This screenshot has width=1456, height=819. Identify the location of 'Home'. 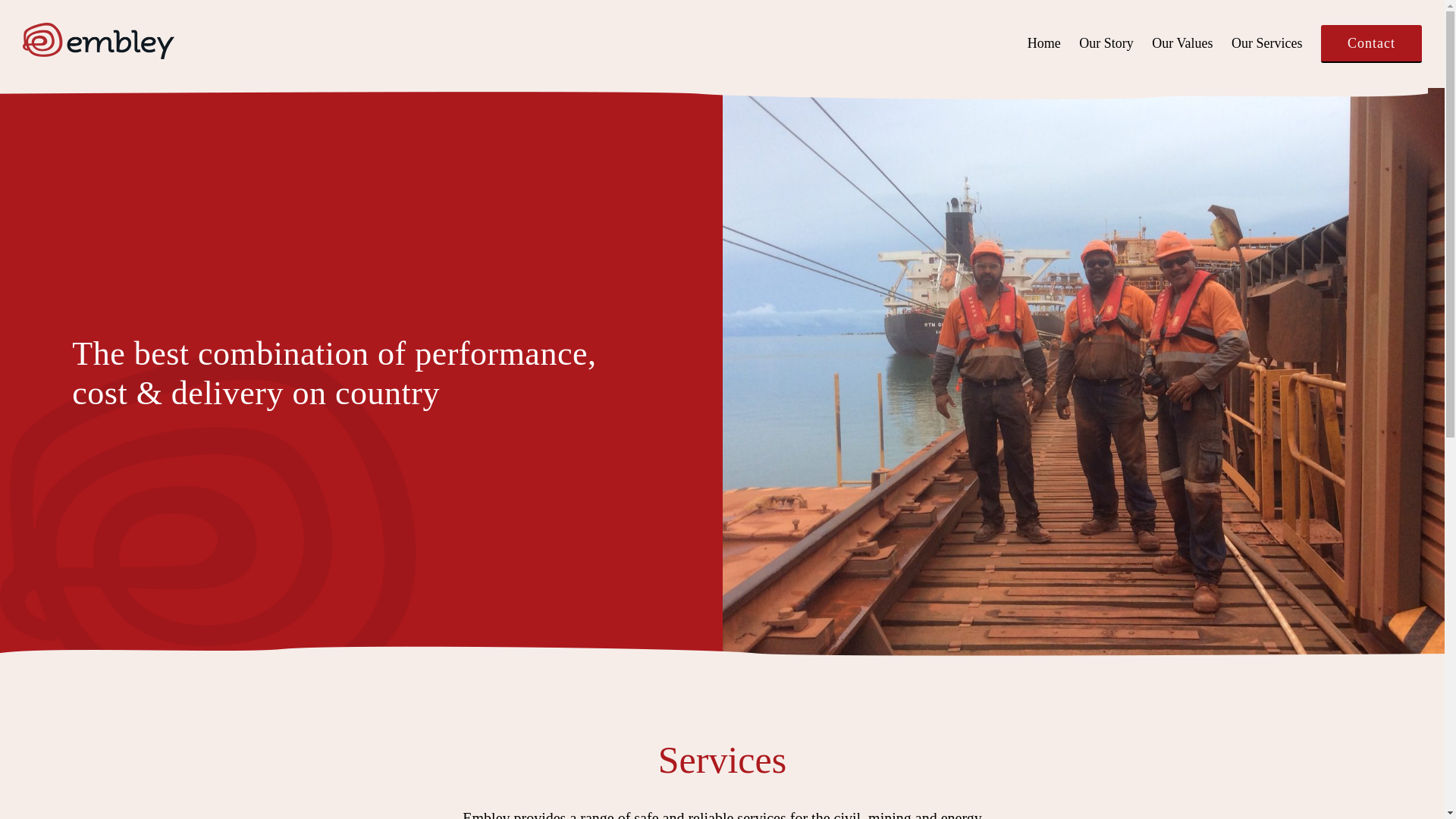
(1043, 42).